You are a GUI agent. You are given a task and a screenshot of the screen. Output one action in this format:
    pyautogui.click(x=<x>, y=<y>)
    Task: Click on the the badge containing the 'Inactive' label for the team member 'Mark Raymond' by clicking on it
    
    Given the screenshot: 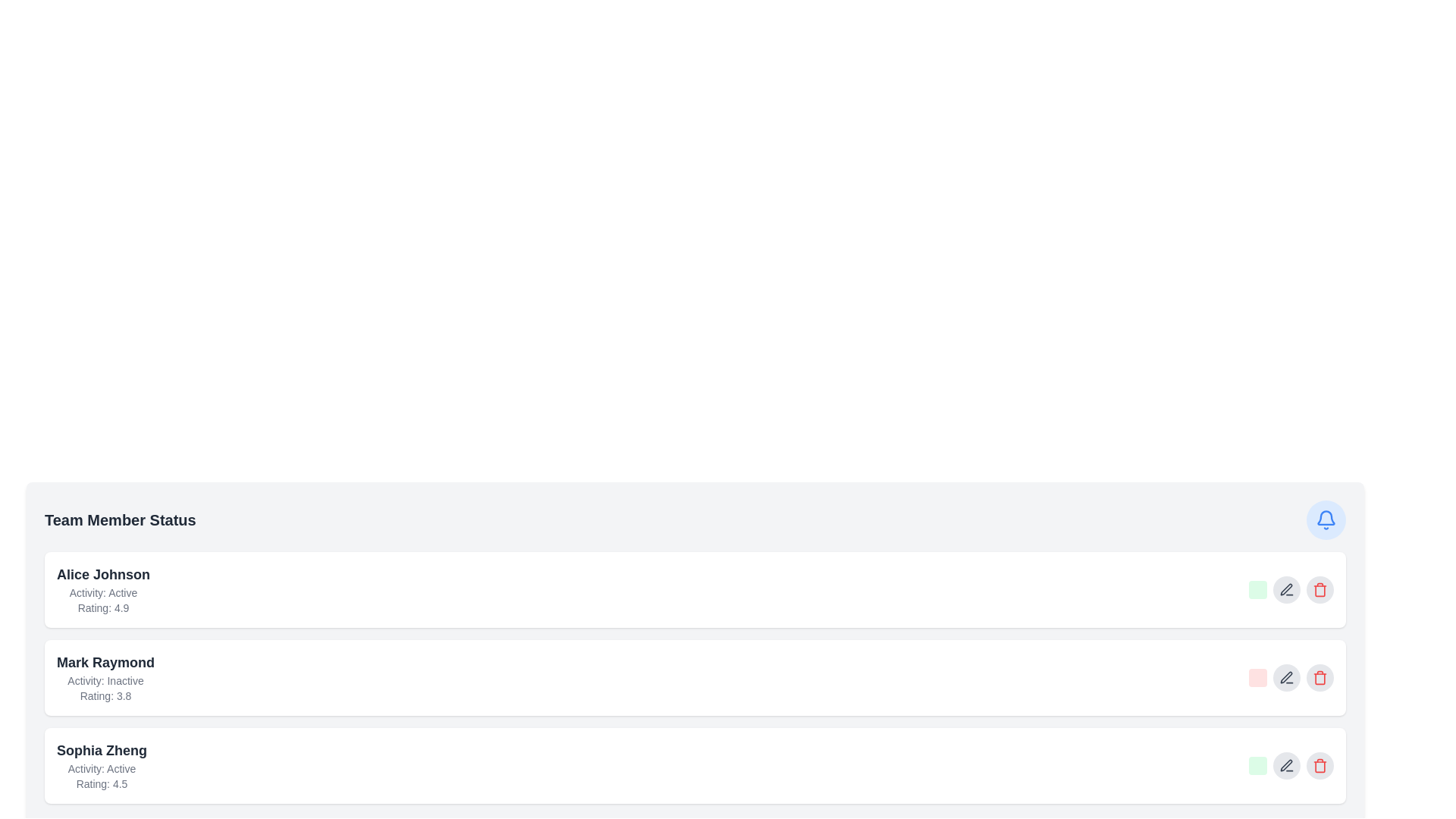 What is the action you would take?
    pyautogui.click(x=1266, y=680)
    